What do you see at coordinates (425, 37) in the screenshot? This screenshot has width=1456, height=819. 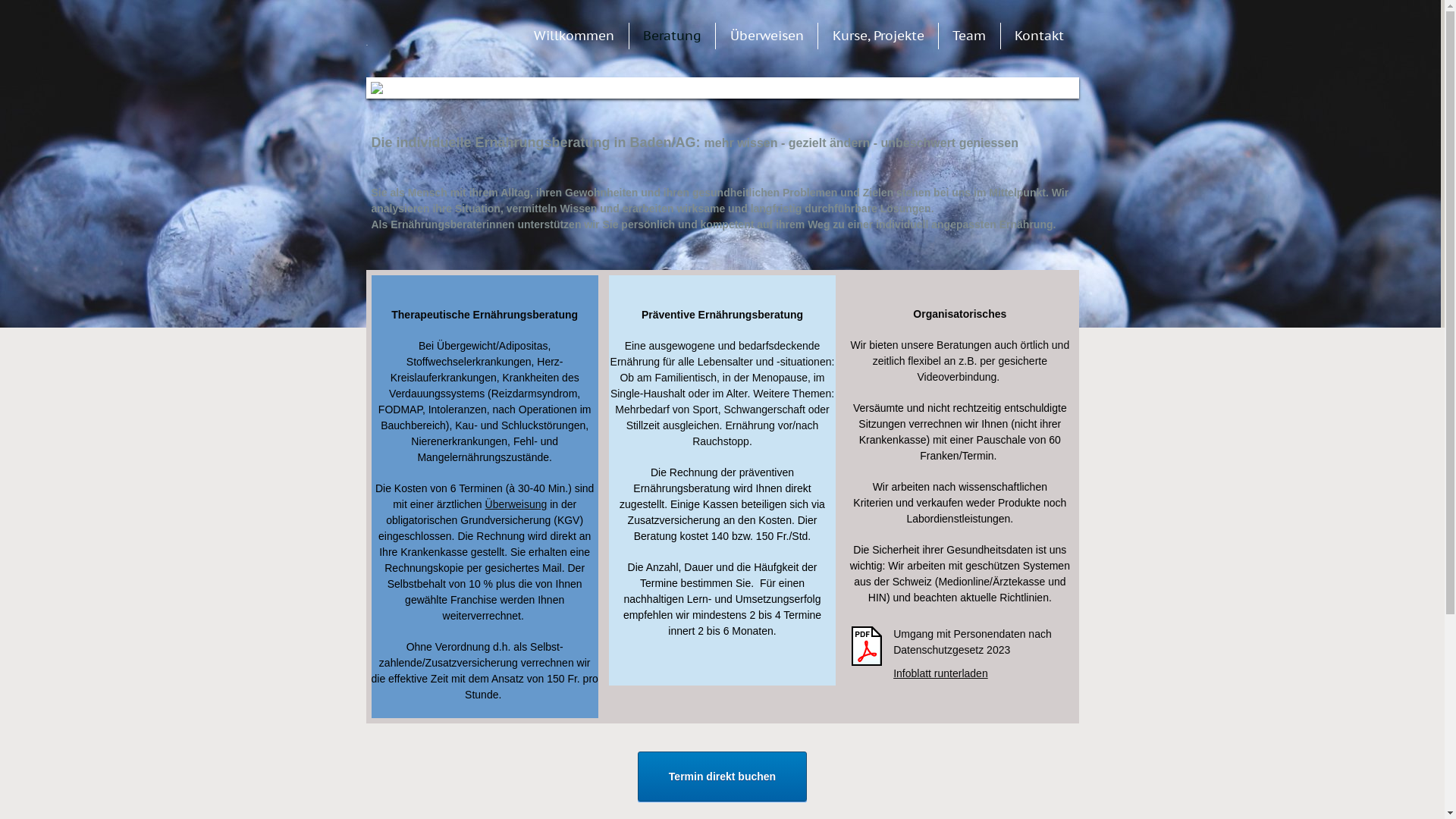 I see `'.'` at bounding box center [425, 37].